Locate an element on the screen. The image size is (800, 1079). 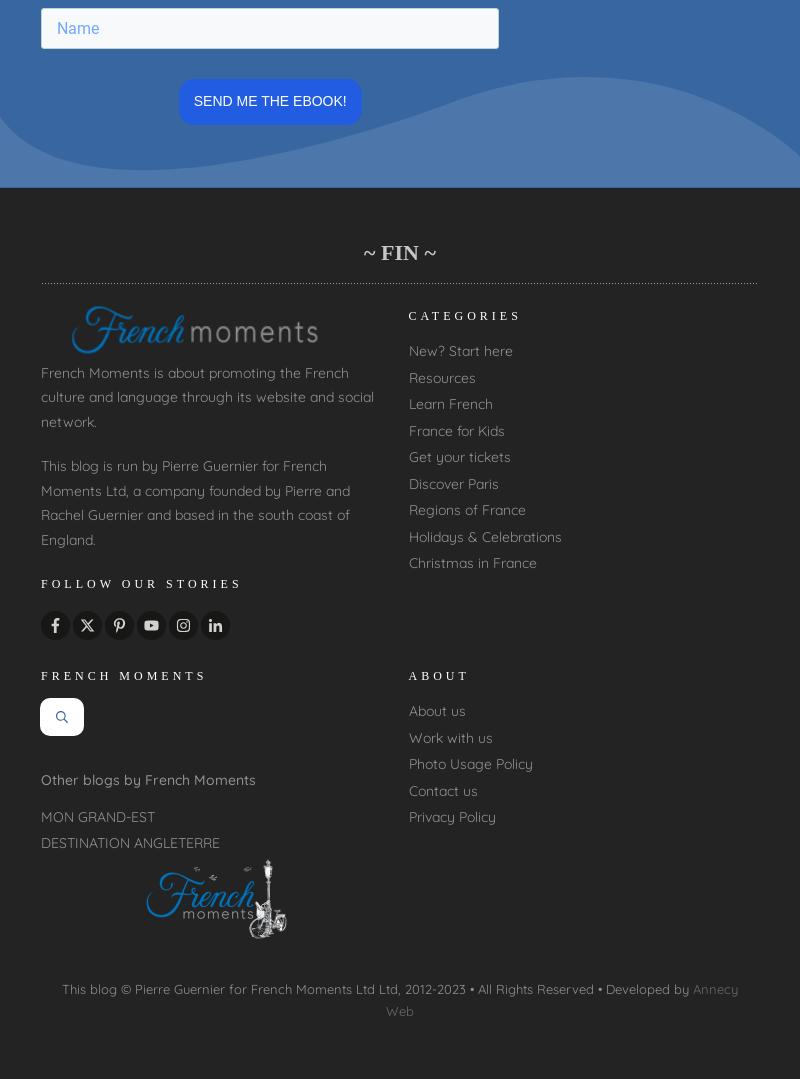
'Resources' is located at coordinates (440, 376).